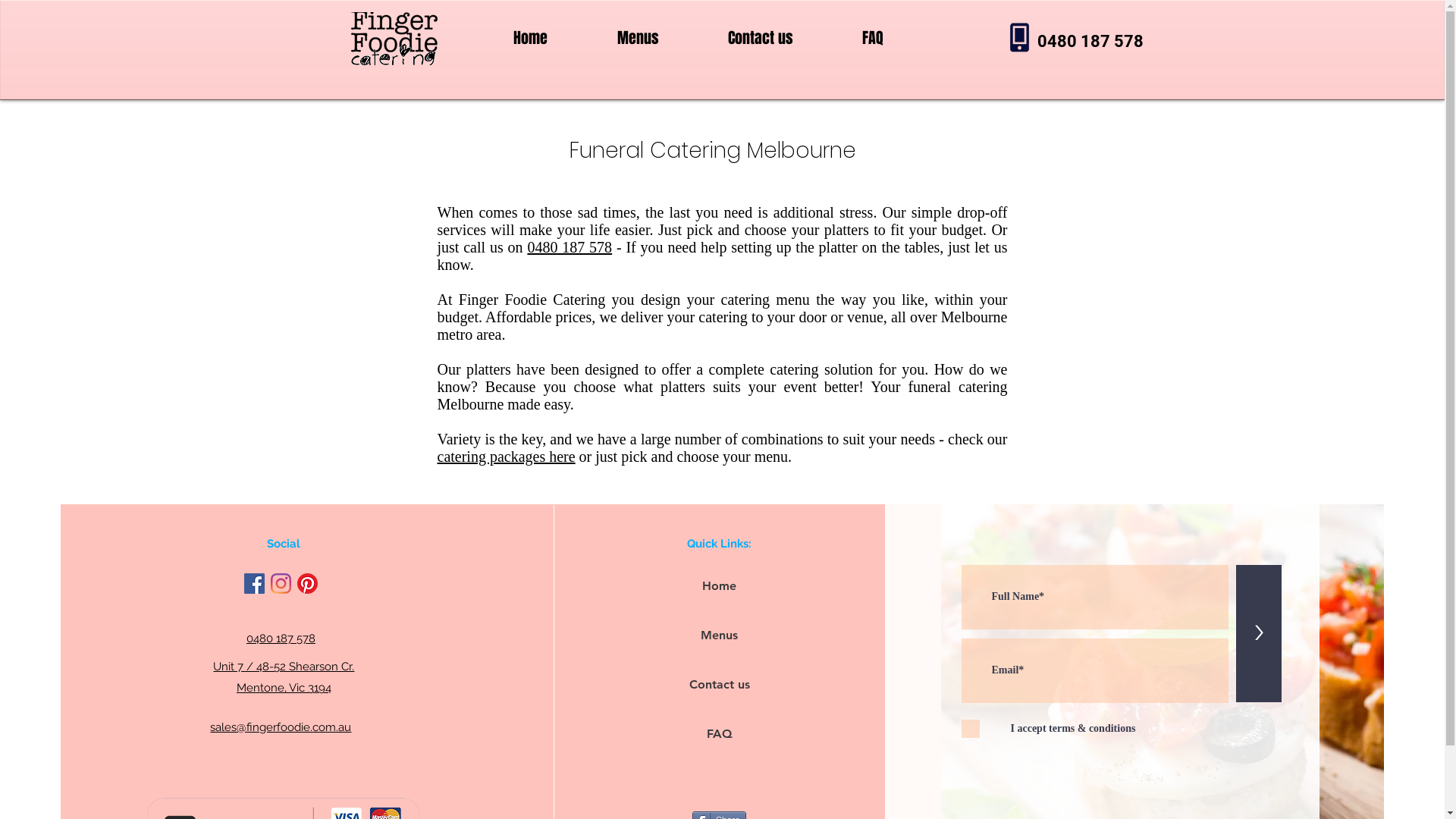 The image size is (1456, 819). What do you see at coordinates (719, 733) in the screenshot?
I see `'FAQ'` at bounding box center [719, 733].